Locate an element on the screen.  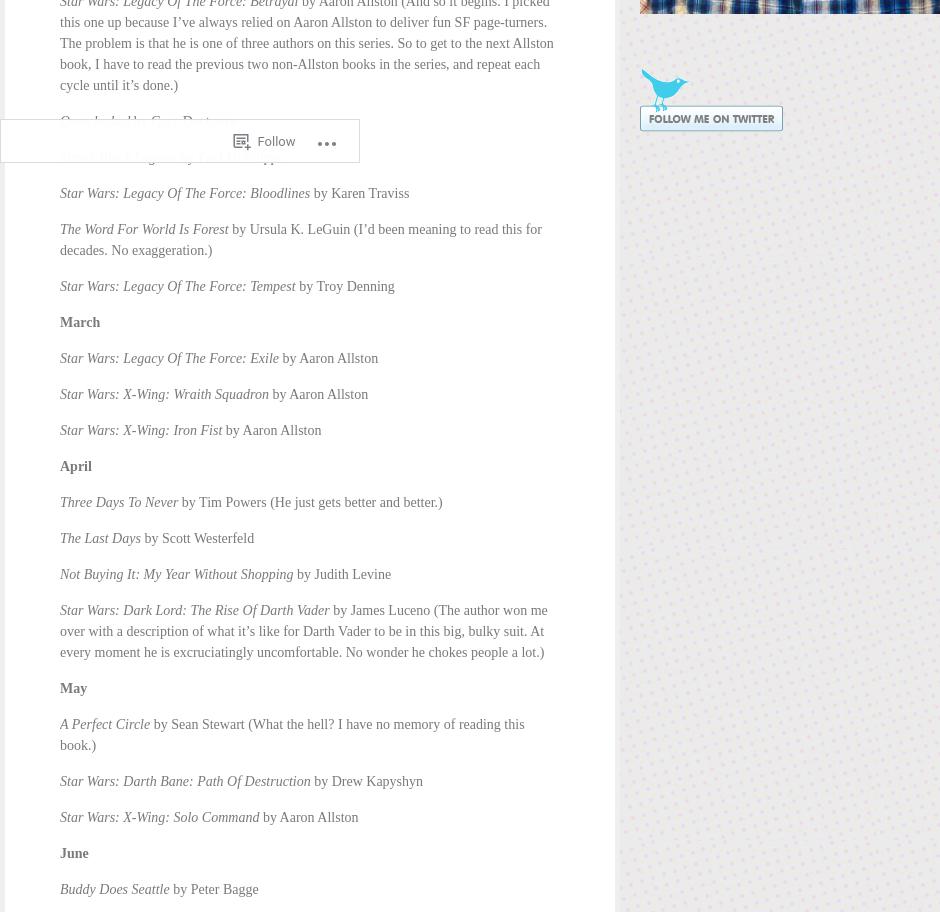
'March' is located at coordinates (79, 322).